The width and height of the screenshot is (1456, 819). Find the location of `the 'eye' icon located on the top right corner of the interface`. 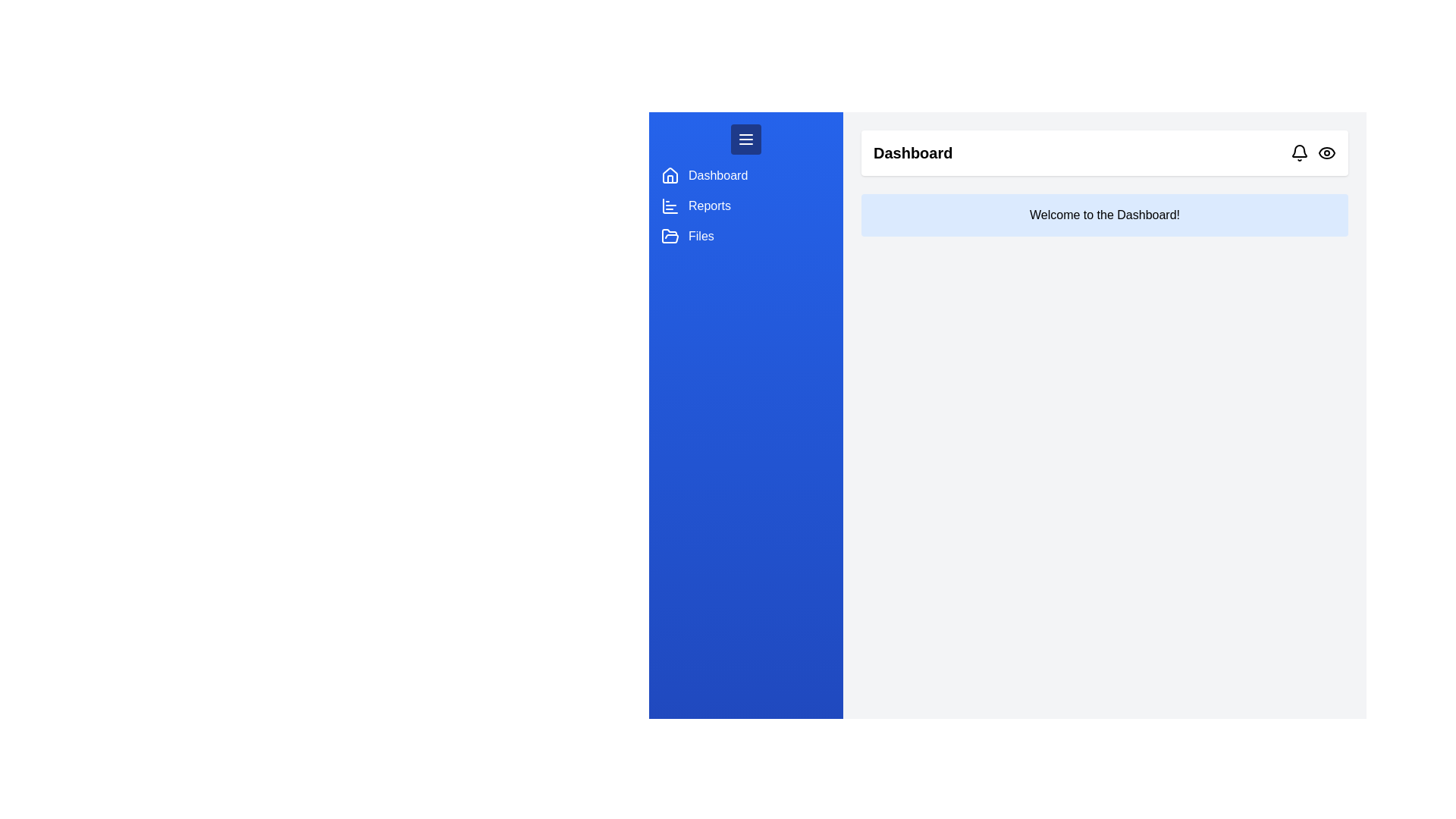

the 'eye' icon located on the top right corner of the interface is located at coordinates (1326, 152).